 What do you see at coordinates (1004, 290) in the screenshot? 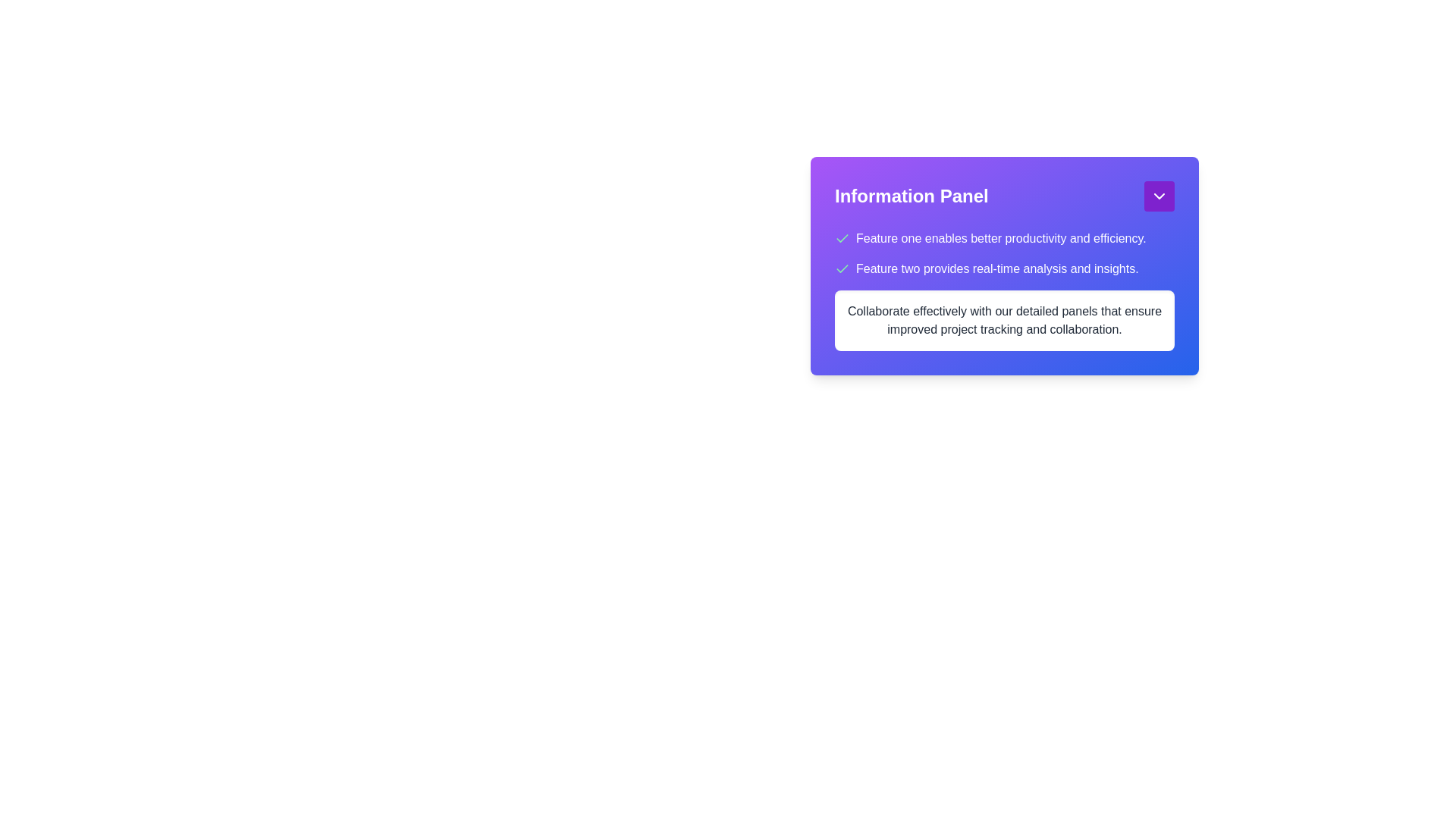
I see `the text block that reads 'Collaborate effectively with our detailed panels that ensure improved project tracking and collaboration', which is inside a white rounded box on a purple background` at bounding box center [1004, 290].